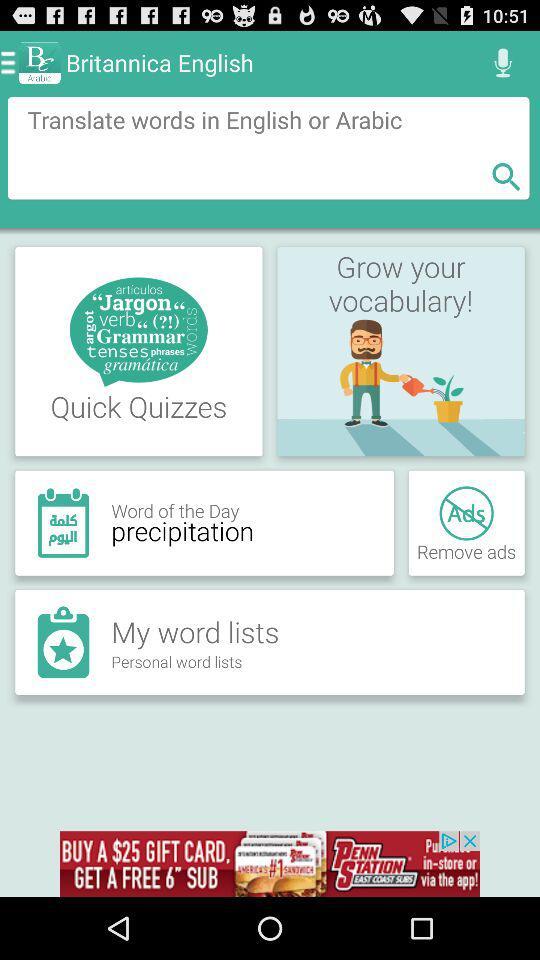 The width and height of the screenshot is (540, 960). What do you see at coordinates (270, 863) in the screenshot?
I see `advertisement` at bounding box center [270, 863].